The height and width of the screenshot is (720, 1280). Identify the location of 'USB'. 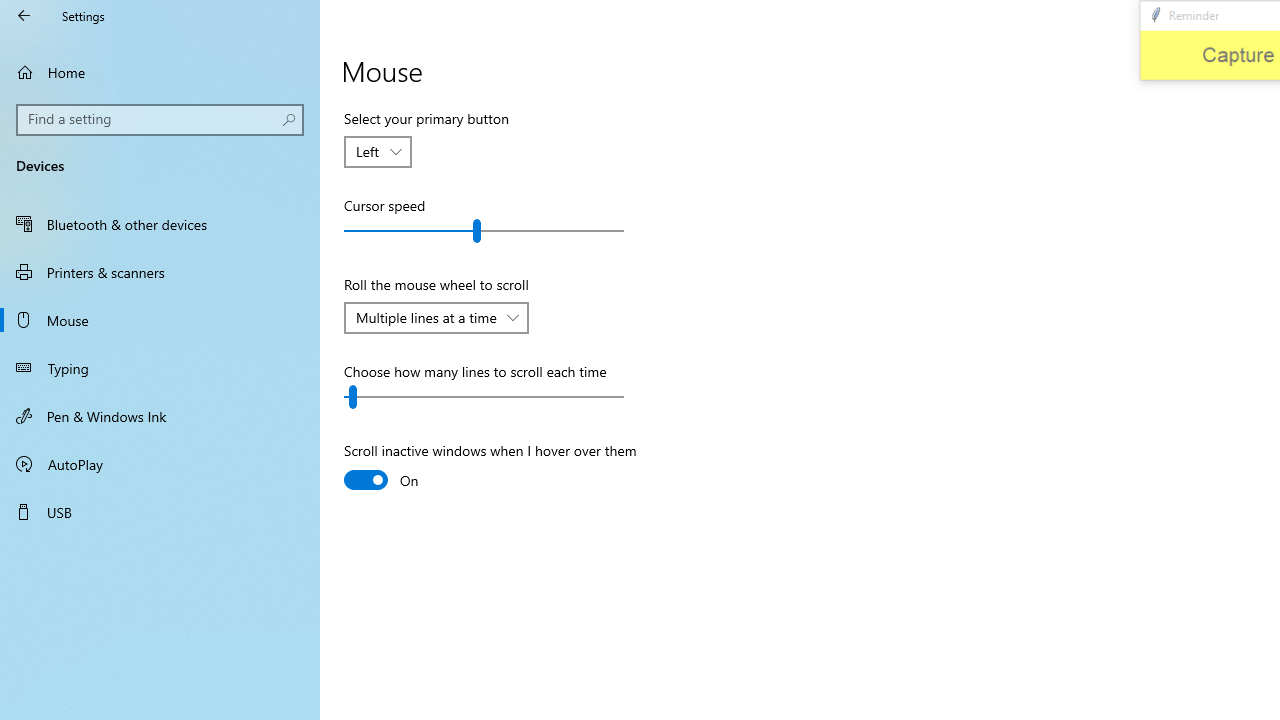
(160, 510).